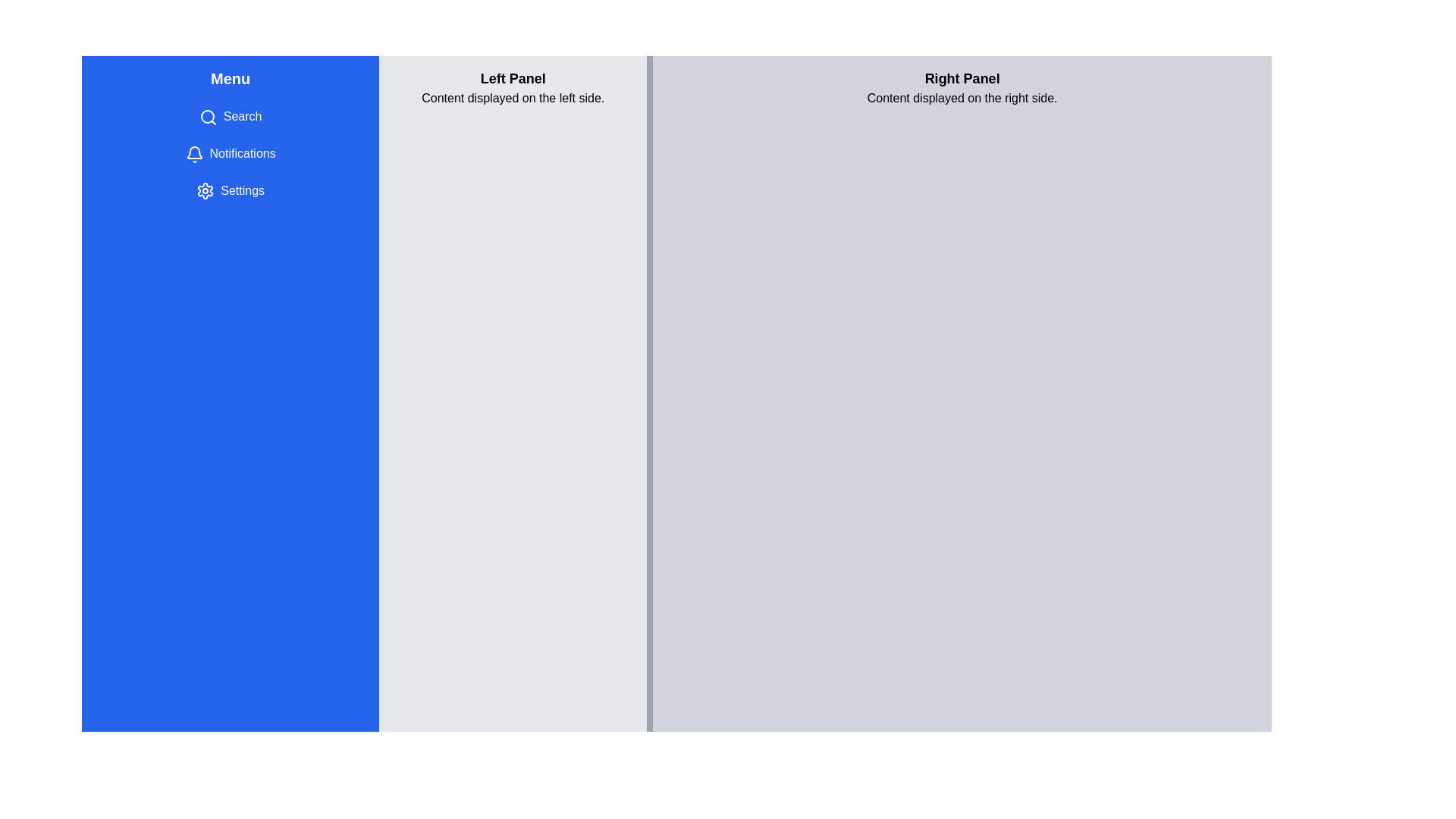  What do you see at coordinates (230, 154) in the screenshot?
I see `the 'Notifications' button, which is styled with a blue background and rounded edges, located below the 'Search' option and above the 'Settings' option in the vertical menu` at bounding box center [230, 154].